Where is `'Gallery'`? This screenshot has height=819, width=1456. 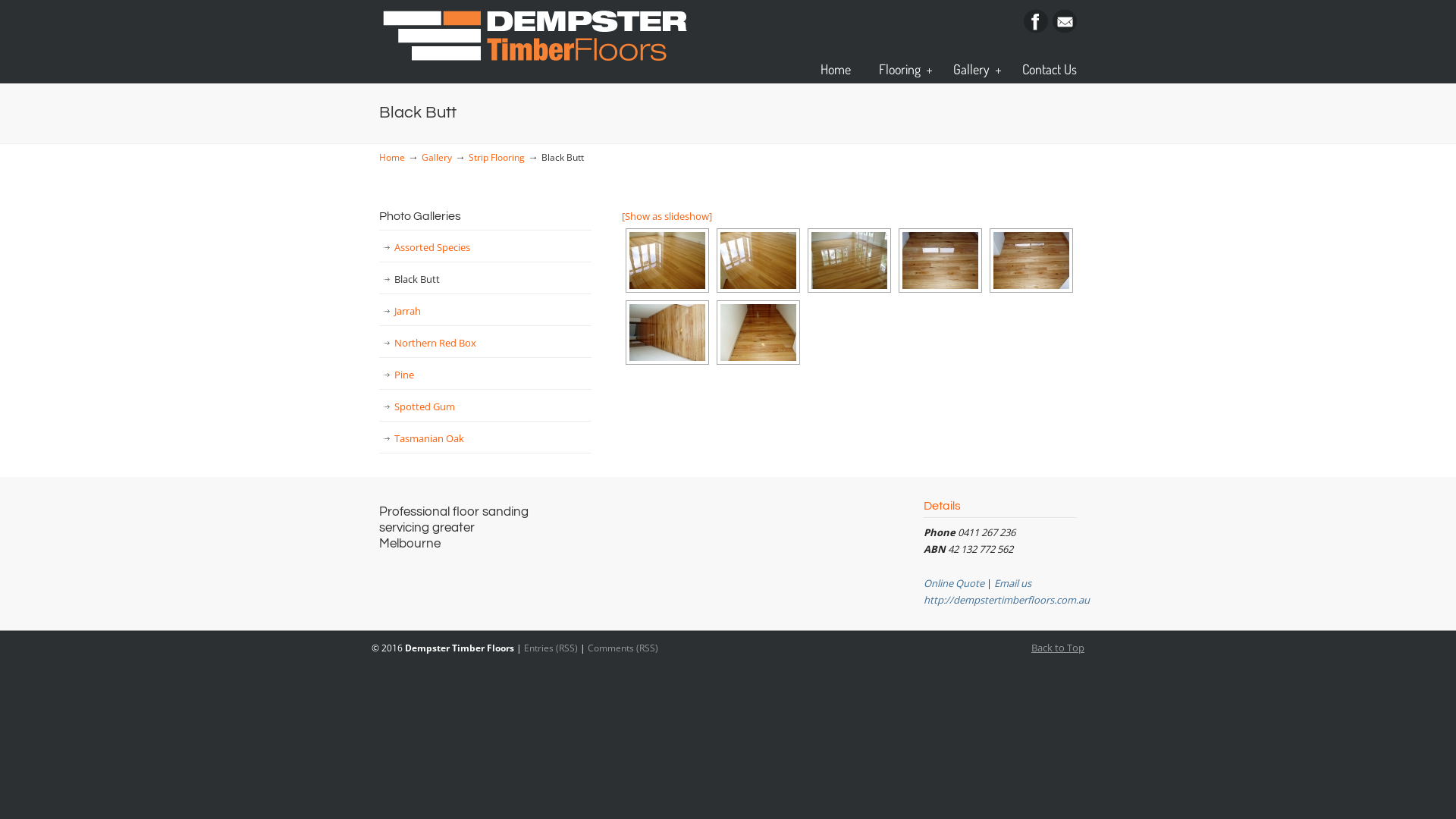
'Gallery' is located at coordinates (973, 69).